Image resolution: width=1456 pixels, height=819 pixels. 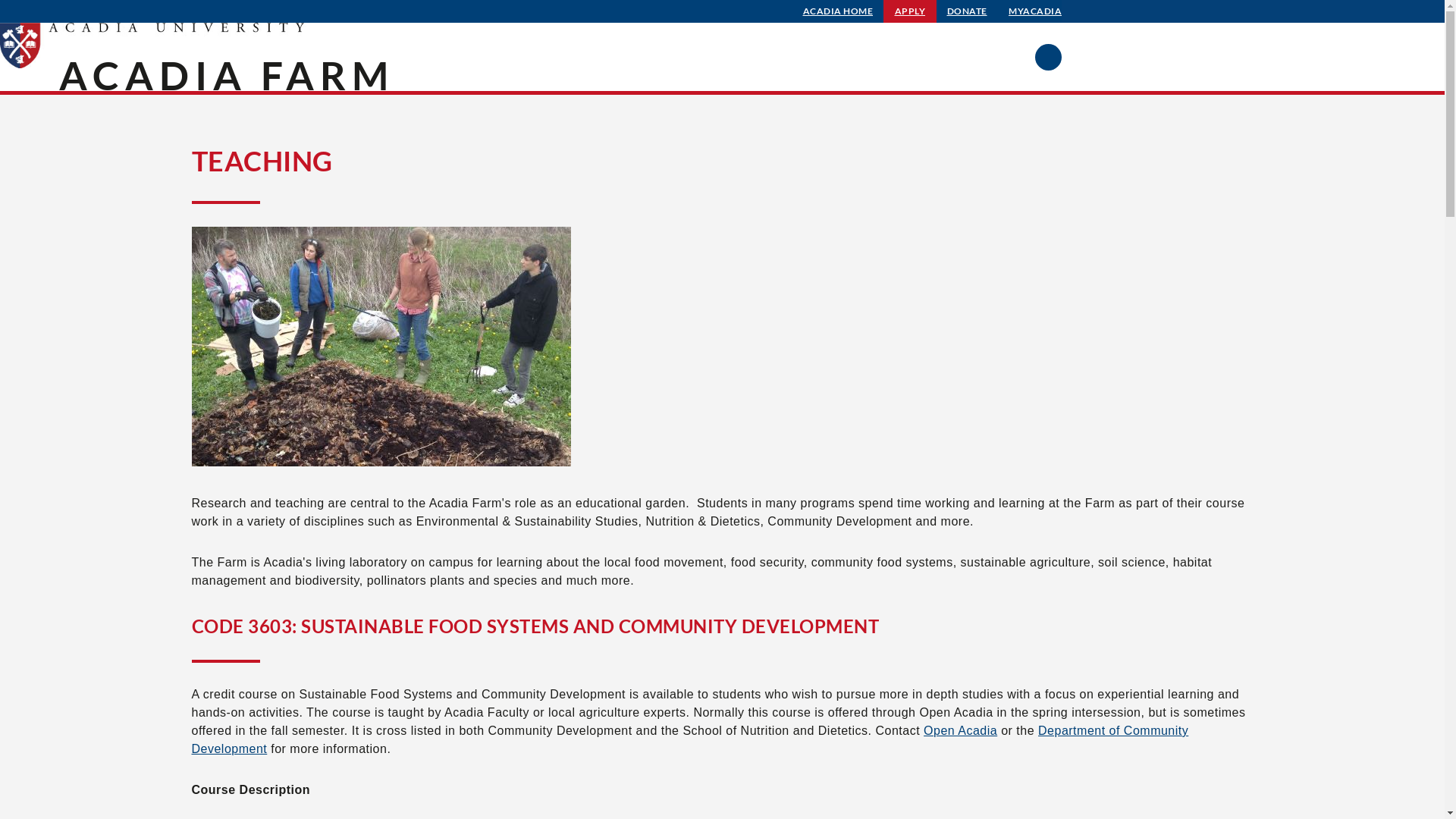 What do you see at coordinates (689, 739) in the screenshot?
I see `'Department of Community Development'` at bounding box center [689, 739].